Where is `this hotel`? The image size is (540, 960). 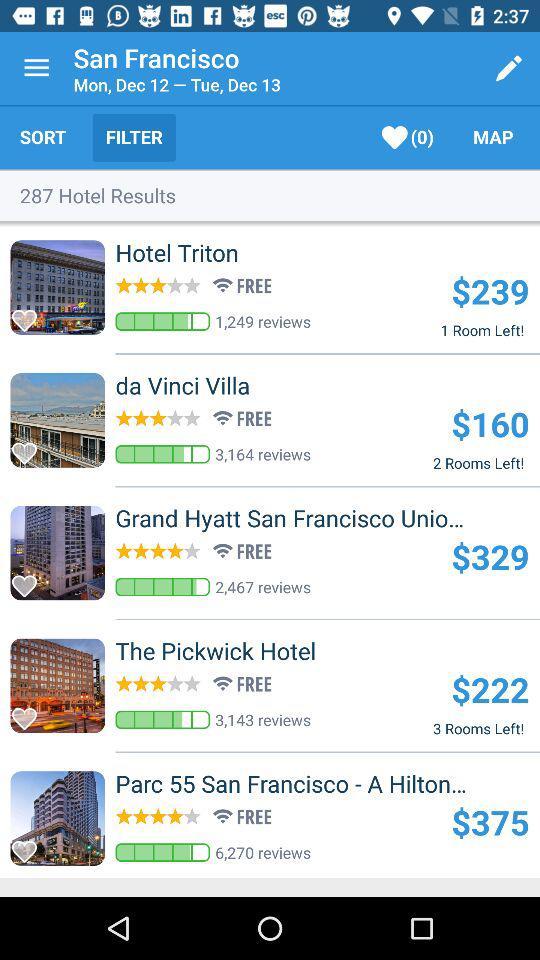
this hotel is located at coordinates (29, 580).